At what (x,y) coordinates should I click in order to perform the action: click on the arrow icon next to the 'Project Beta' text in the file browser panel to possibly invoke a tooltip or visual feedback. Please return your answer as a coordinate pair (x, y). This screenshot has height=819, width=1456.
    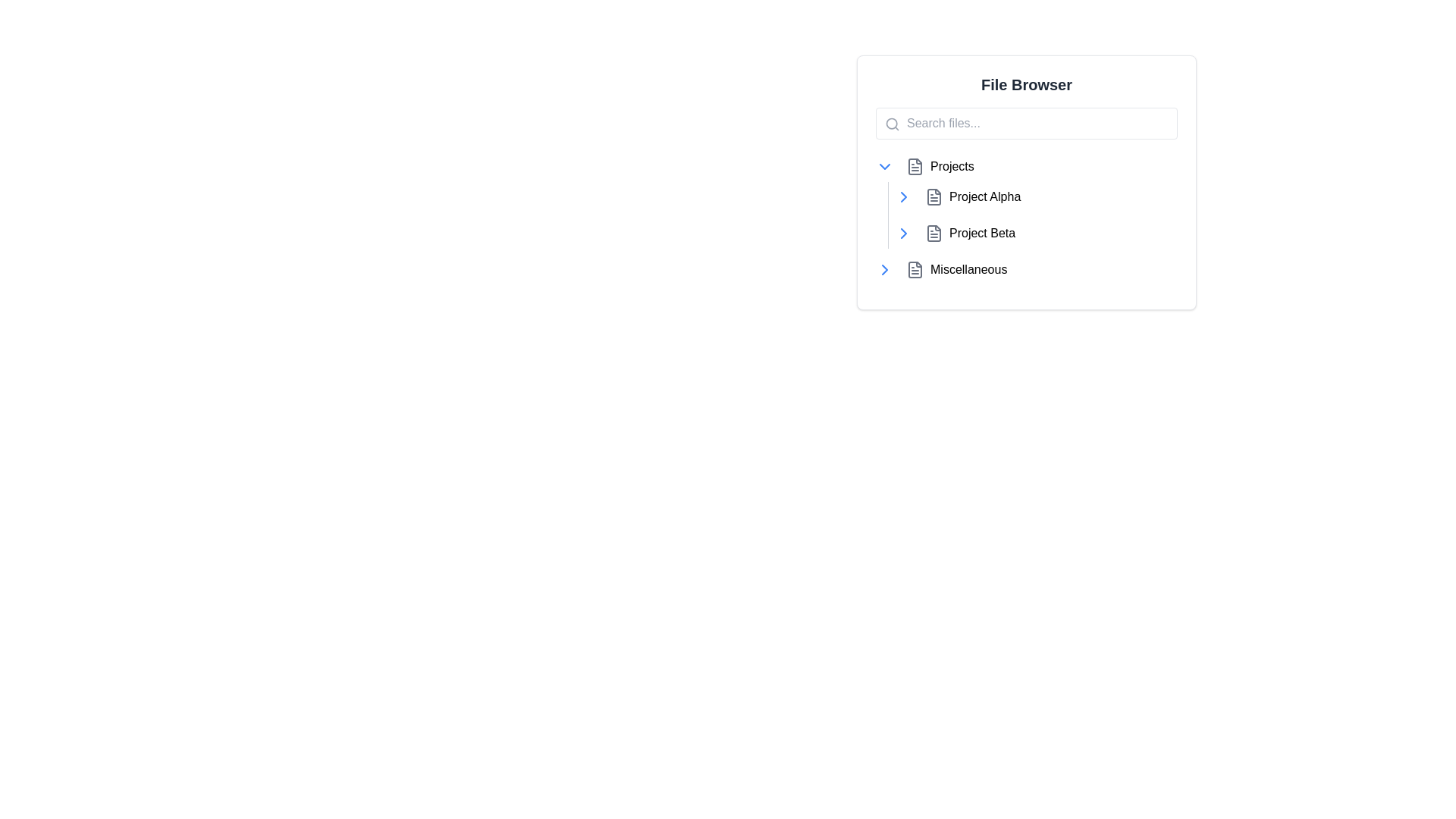
    Looking at the image, I should click on (884, 268).